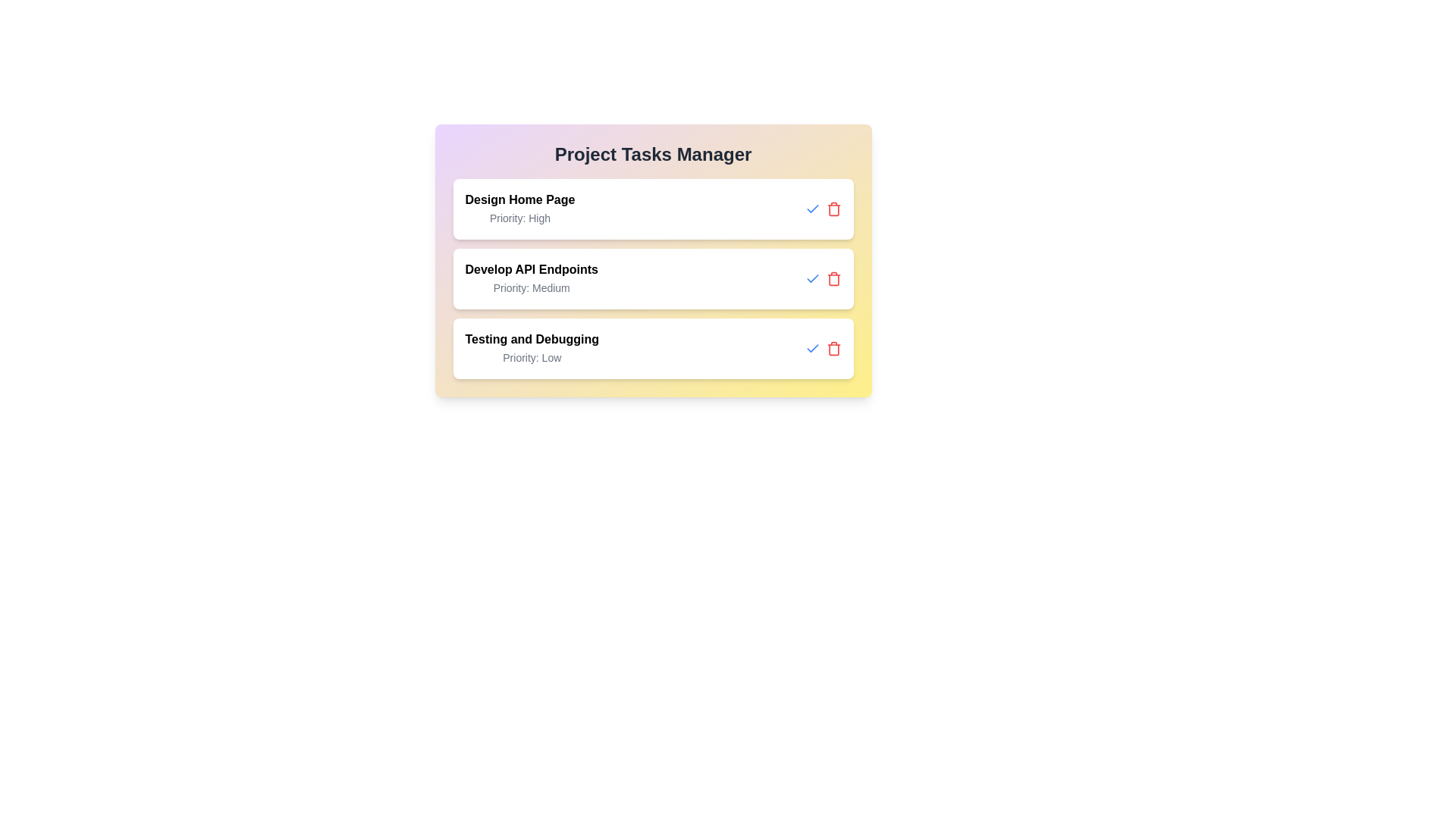 The image size is (1456, 819). What do you see at coordinates (833, 348) in the screenshot?
I see `the delete button for the task titled 'Testing and Debugging'` at bounding box center [833, 348].